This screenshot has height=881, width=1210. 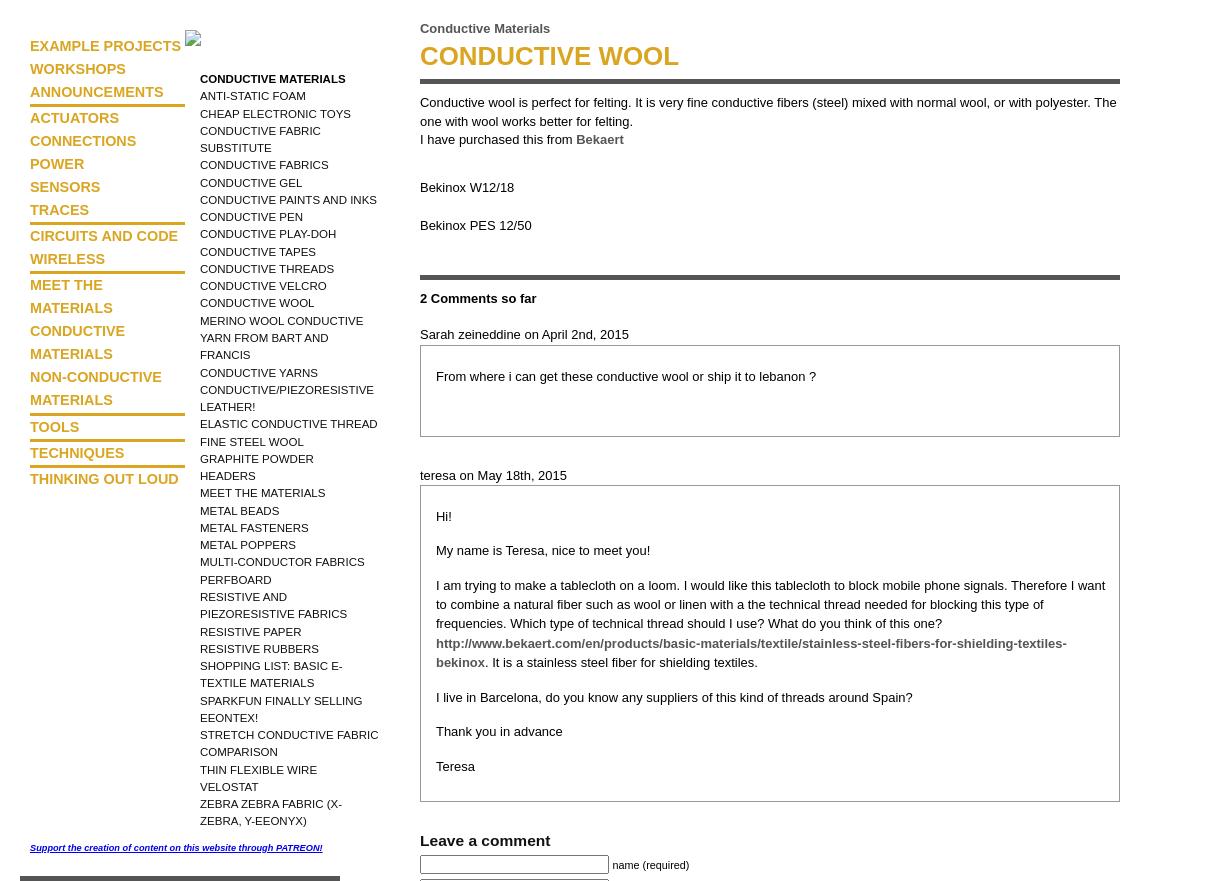 I want to click on 'Velostat', so click(x=228, y=786).